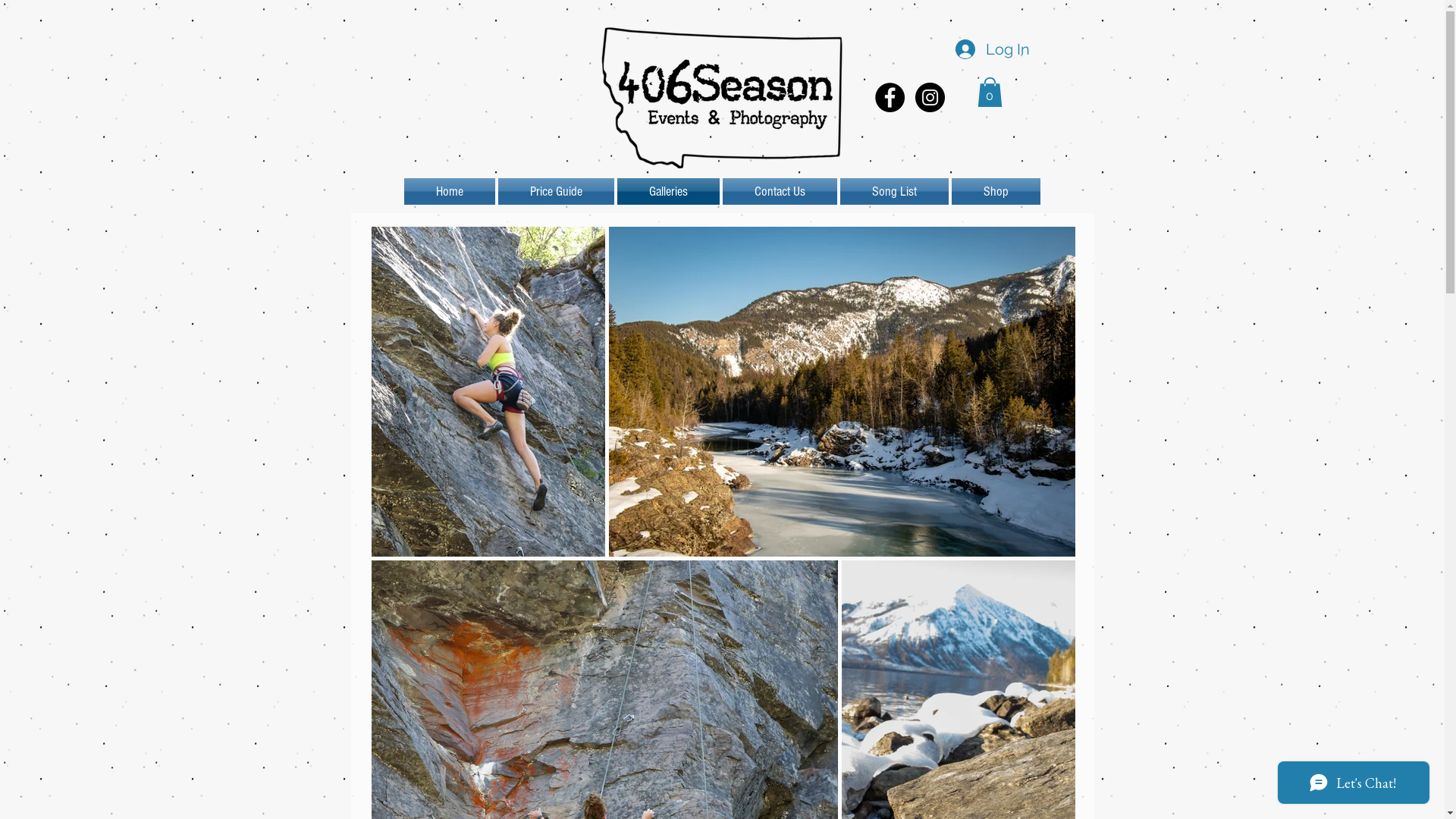 This screenshot has height=819, width=1456. What do you see at coordinates (495, 190) in the screenshot?
I see `'Price Guide'` at bounding box center [495, 190].